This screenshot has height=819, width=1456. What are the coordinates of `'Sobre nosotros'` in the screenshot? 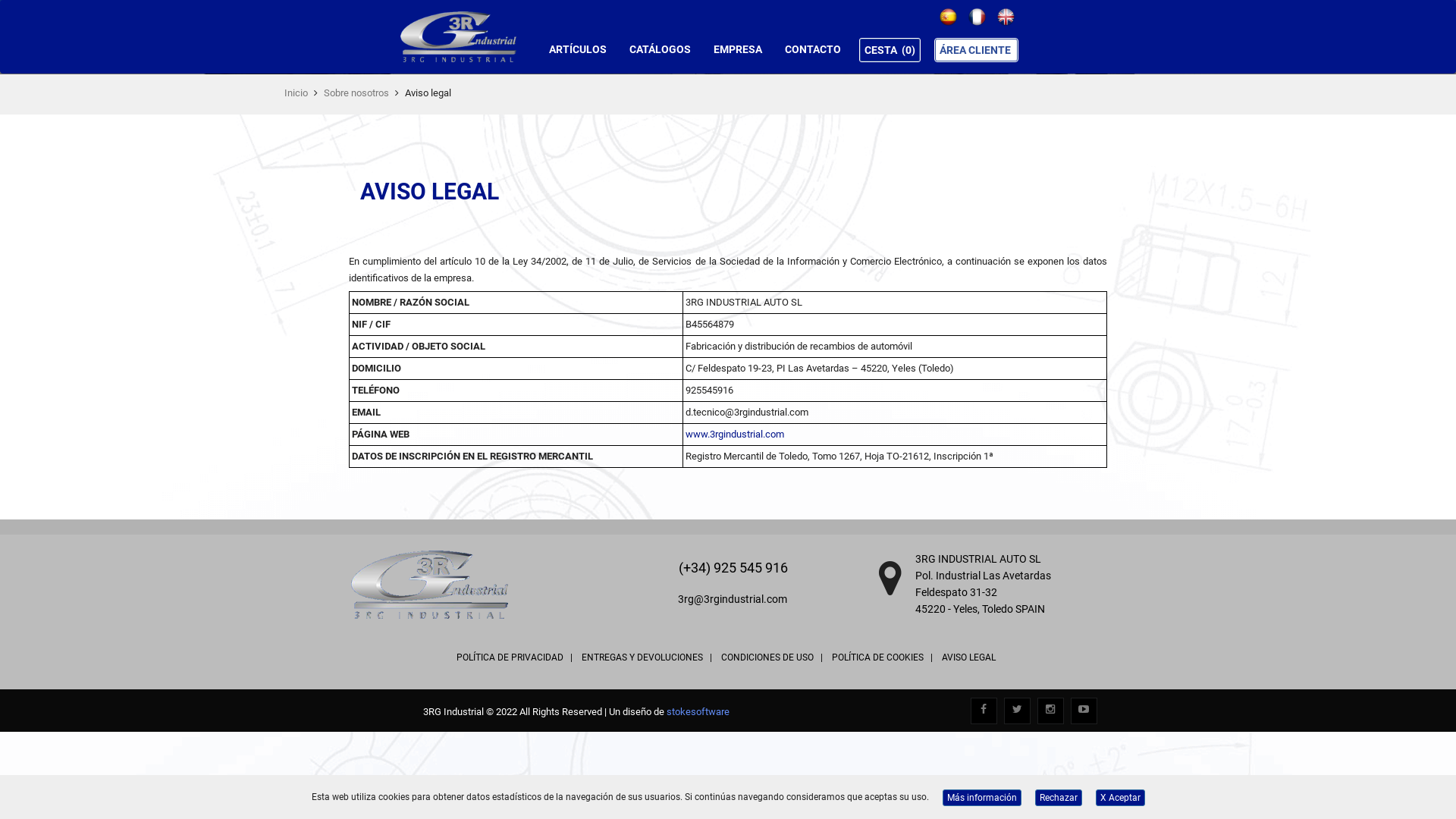 It's located at (323, 93).